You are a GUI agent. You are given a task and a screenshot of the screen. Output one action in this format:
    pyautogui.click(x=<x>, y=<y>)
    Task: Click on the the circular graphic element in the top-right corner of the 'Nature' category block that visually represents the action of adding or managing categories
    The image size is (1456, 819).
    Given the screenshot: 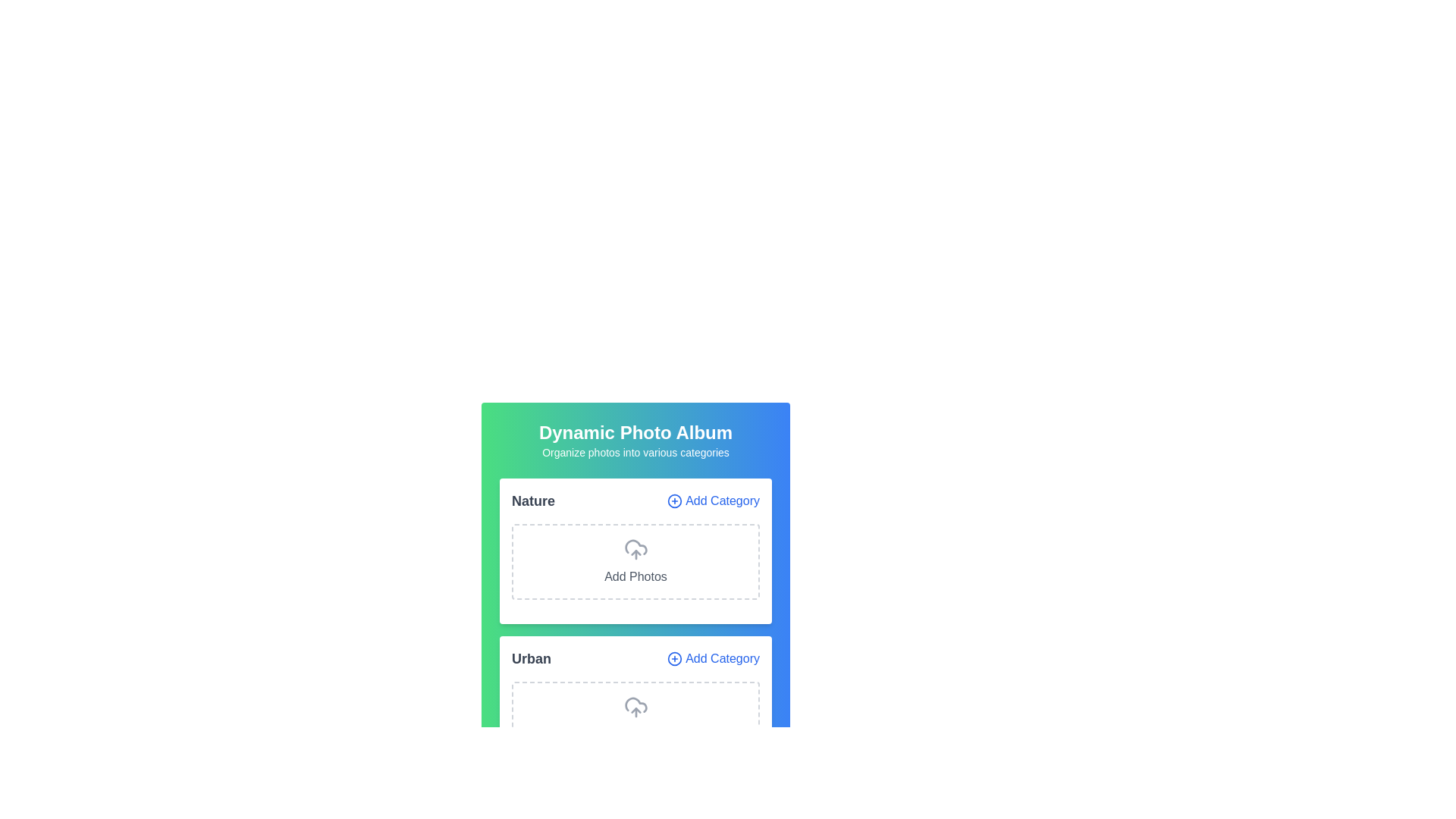 What is the action you would take?
    pyautogui.click(x=674, y=500)
    